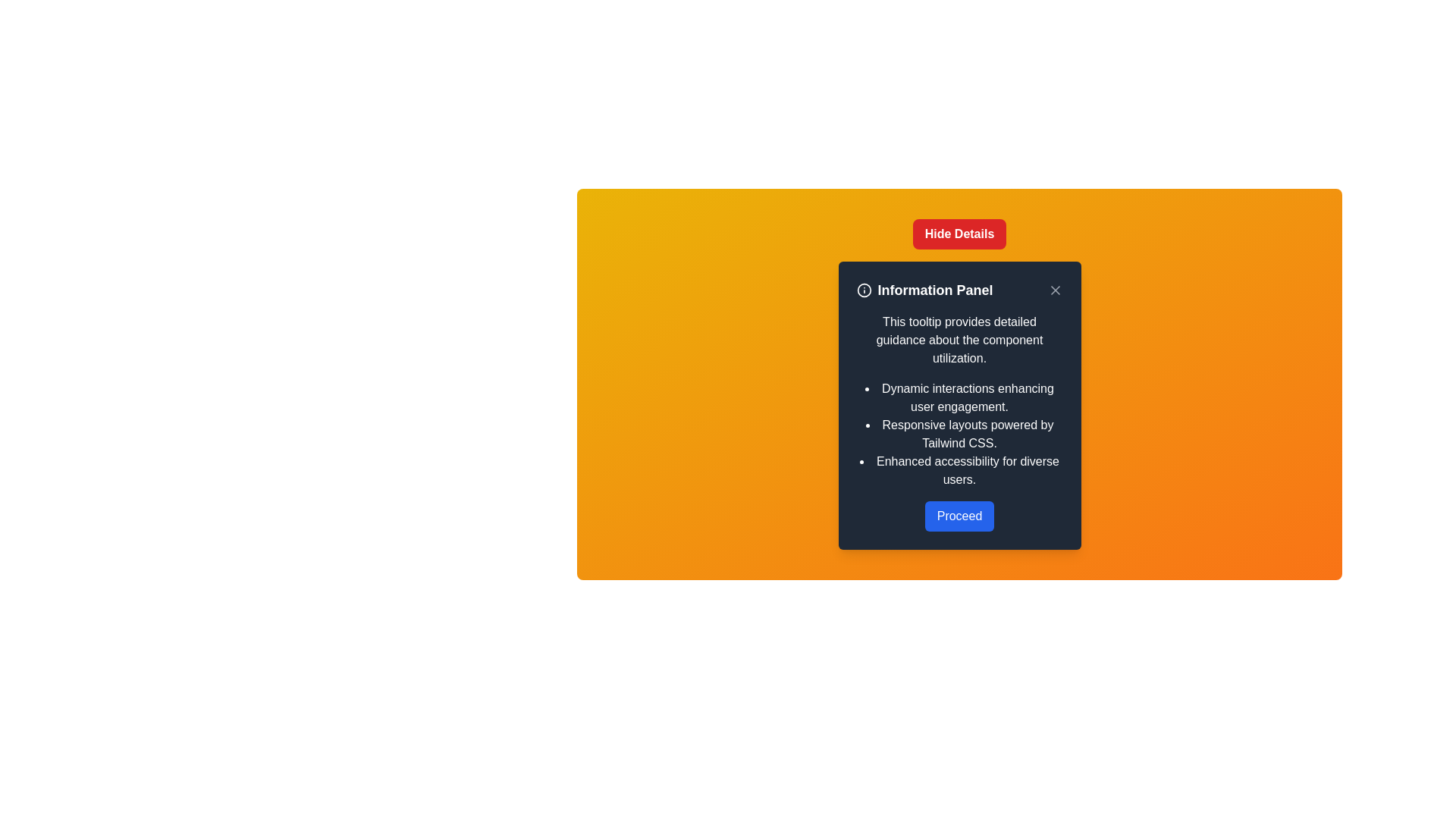 This screenshot has height=819, width=1456. I want to click on the close button located at the top-right corner of the modal header, so click(1054, 290).